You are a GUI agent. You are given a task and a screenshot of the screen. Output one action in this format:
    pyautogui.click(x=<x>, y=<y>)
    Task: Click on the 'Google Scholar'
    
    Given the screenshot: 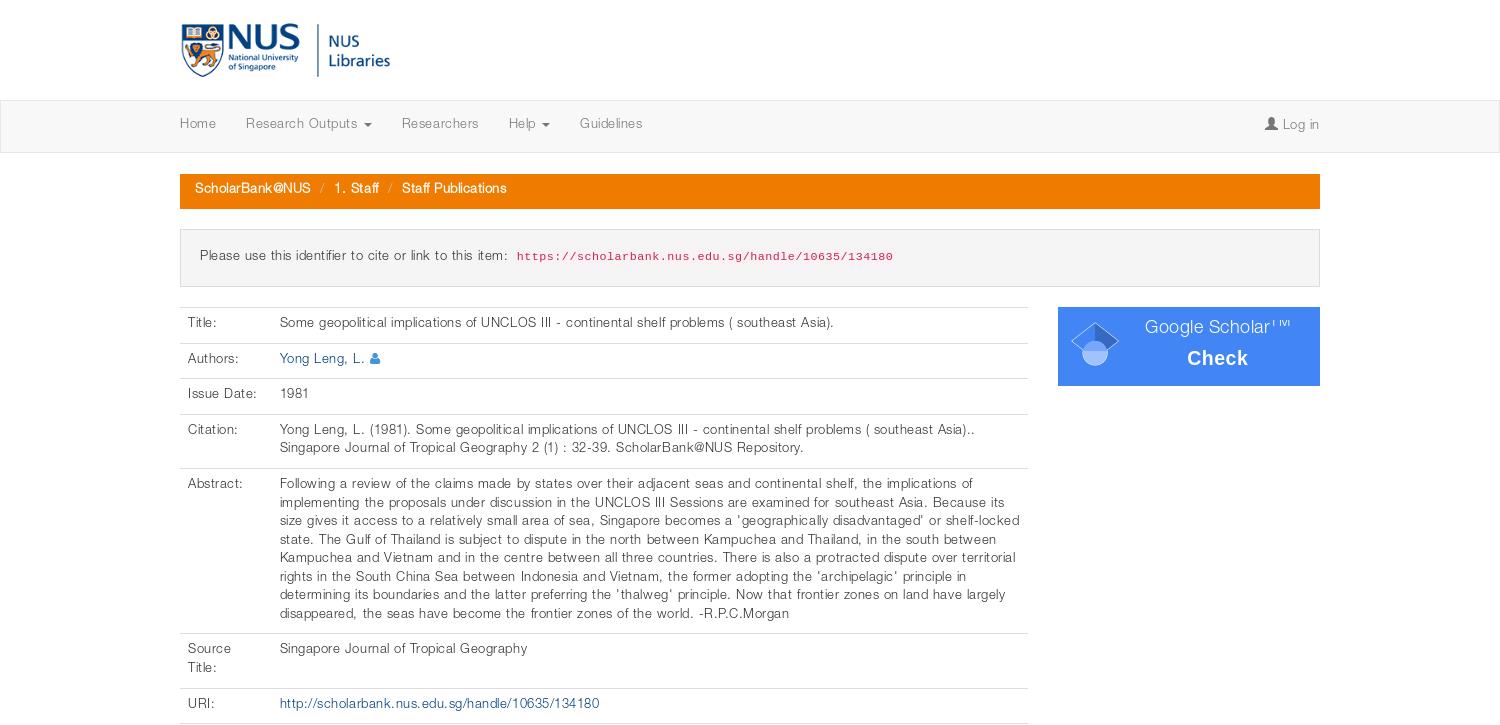 What is the action you would take?
    pyautogui.click(x=1206, y=329)
    